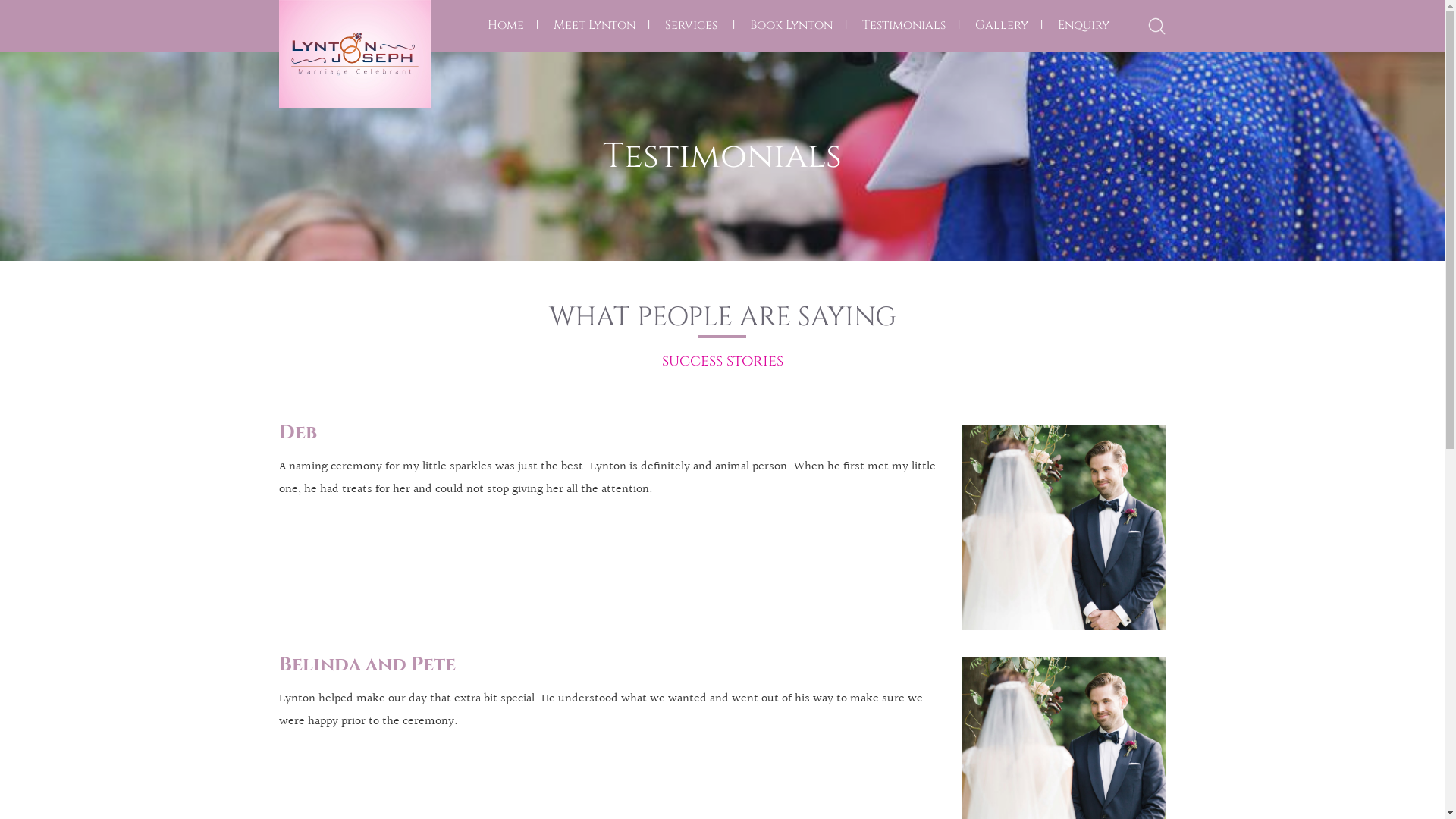 The width and height of the screenshot is (1456, 819). Describe the element at coordinates (505, 25) in the screenshot. I see `'Home'` at that location.